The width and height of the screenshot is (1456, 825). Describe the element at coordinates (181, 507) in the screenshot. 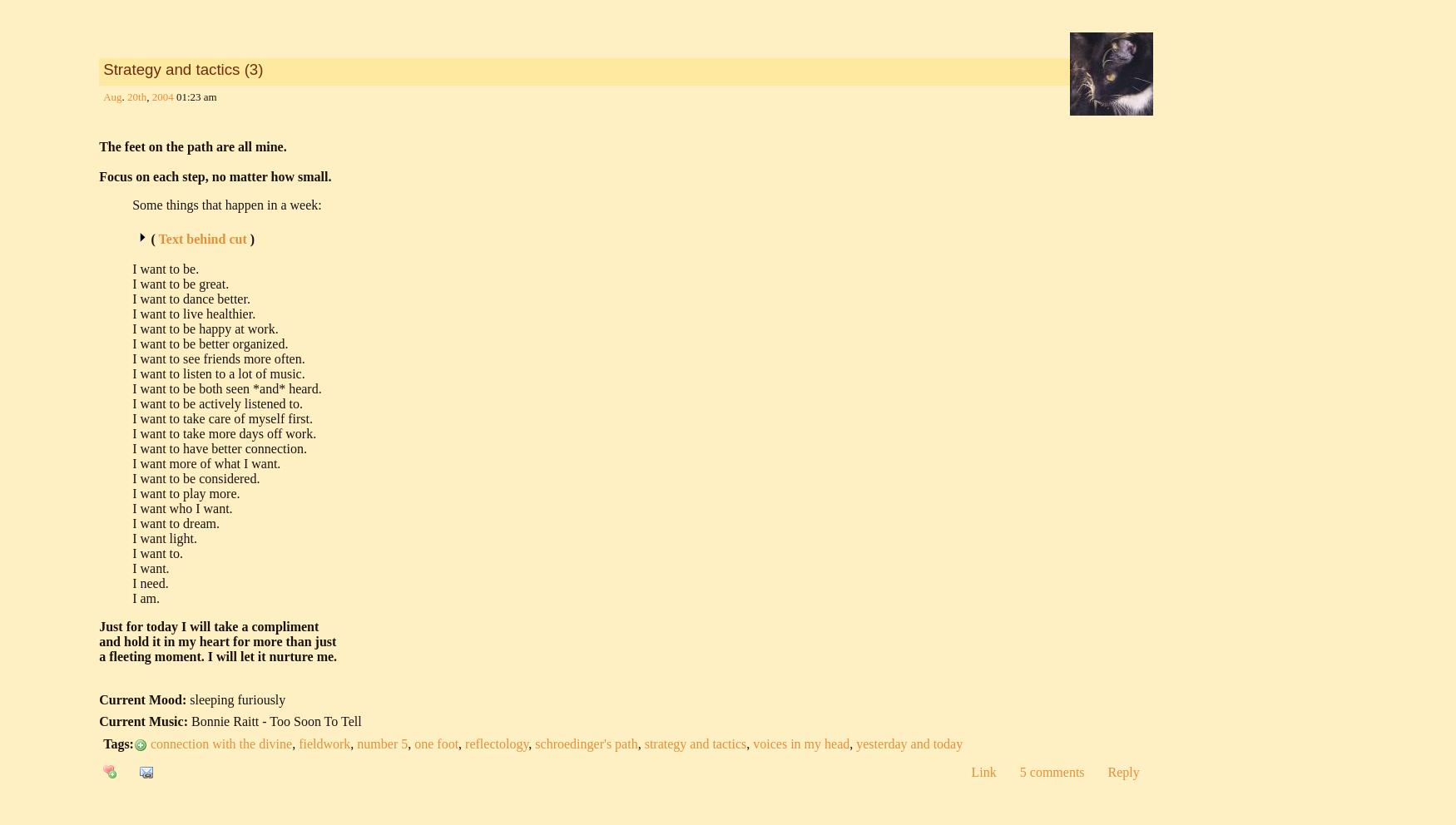

I see `'I want who I want.'` at that location.